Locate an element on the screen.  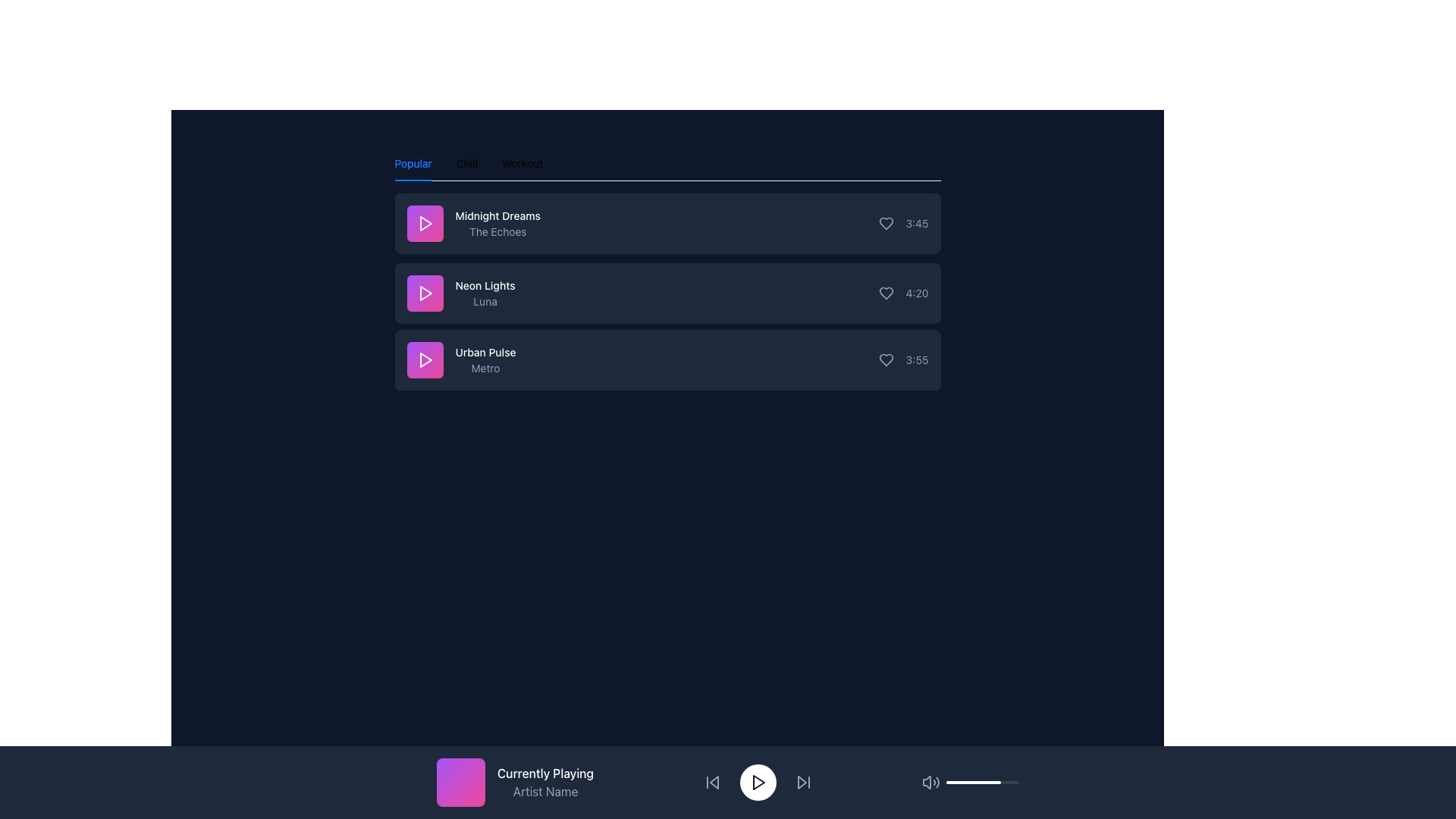
the 'Chill' tab in the navigation menu is located at coordinates (466, 164).